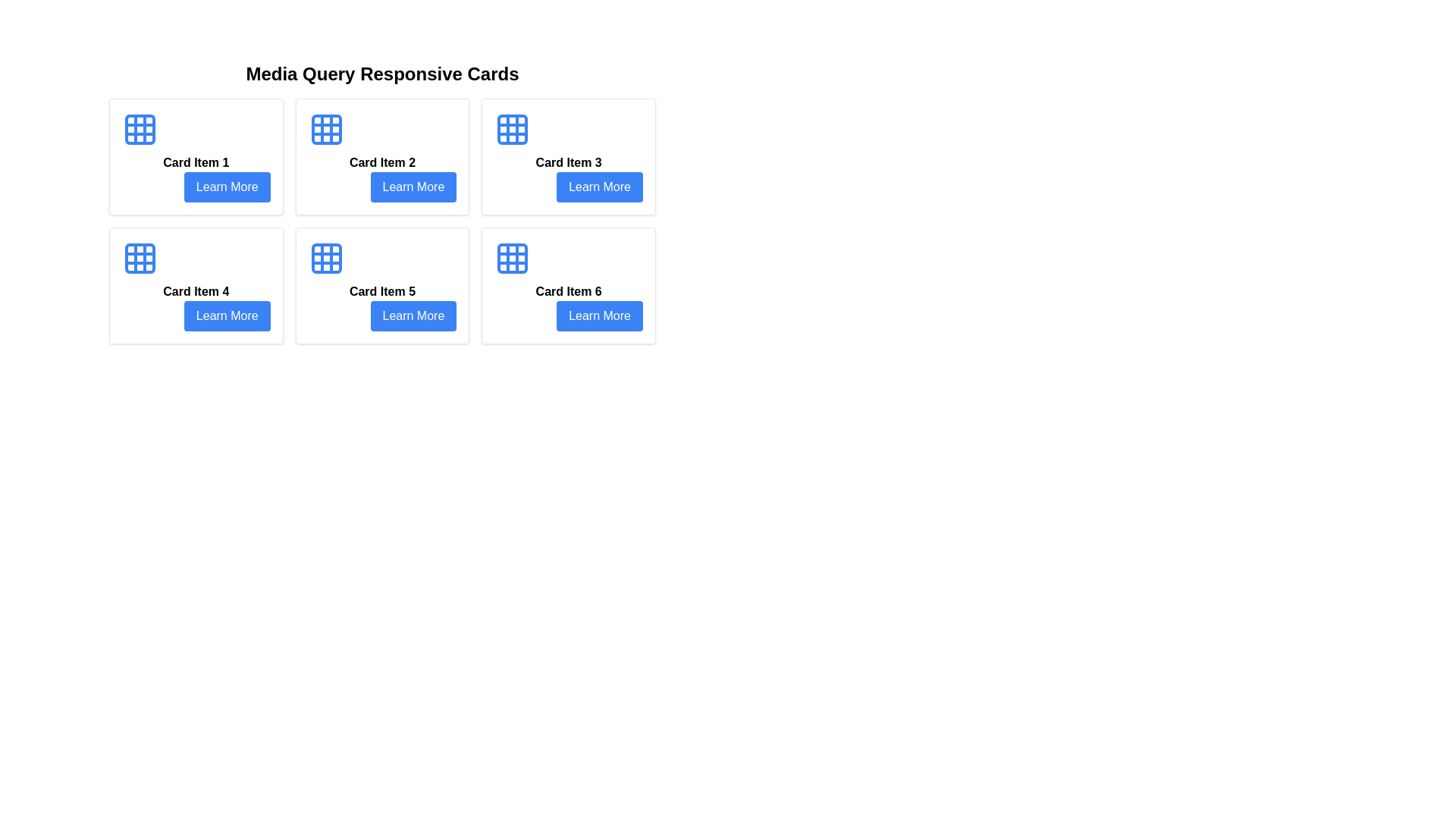 The width and height of the screenshot is (1456, 819). I want to click on the 'Learn More' button located at the bottom-right of 'Card Item 4' to change its color, so click(226, 315).